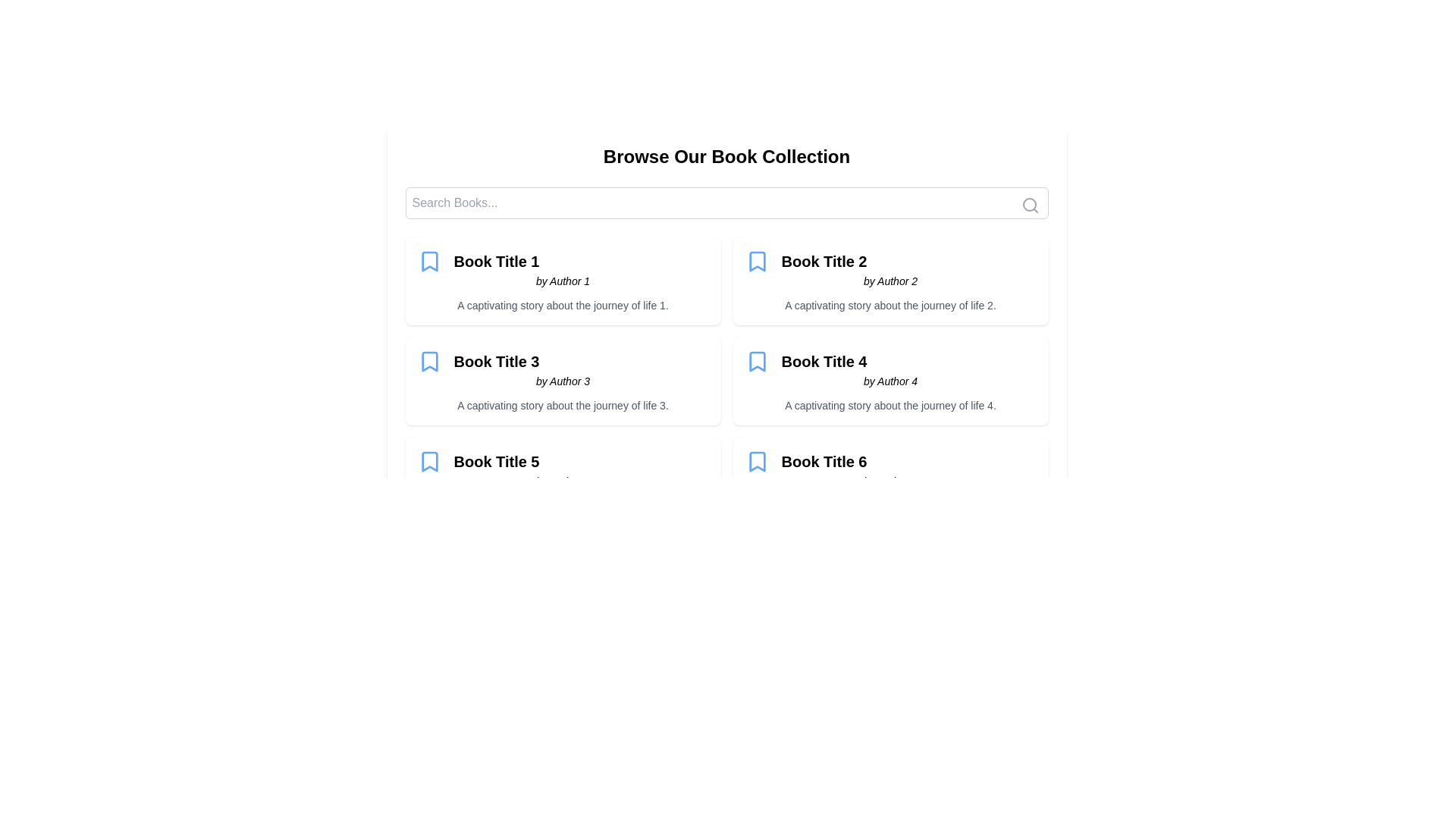  I want to click on title text of the fifth book in the collection, which is located within the fifth card in the grid layout, to the right of a bookmark icon, so click(496, 461).